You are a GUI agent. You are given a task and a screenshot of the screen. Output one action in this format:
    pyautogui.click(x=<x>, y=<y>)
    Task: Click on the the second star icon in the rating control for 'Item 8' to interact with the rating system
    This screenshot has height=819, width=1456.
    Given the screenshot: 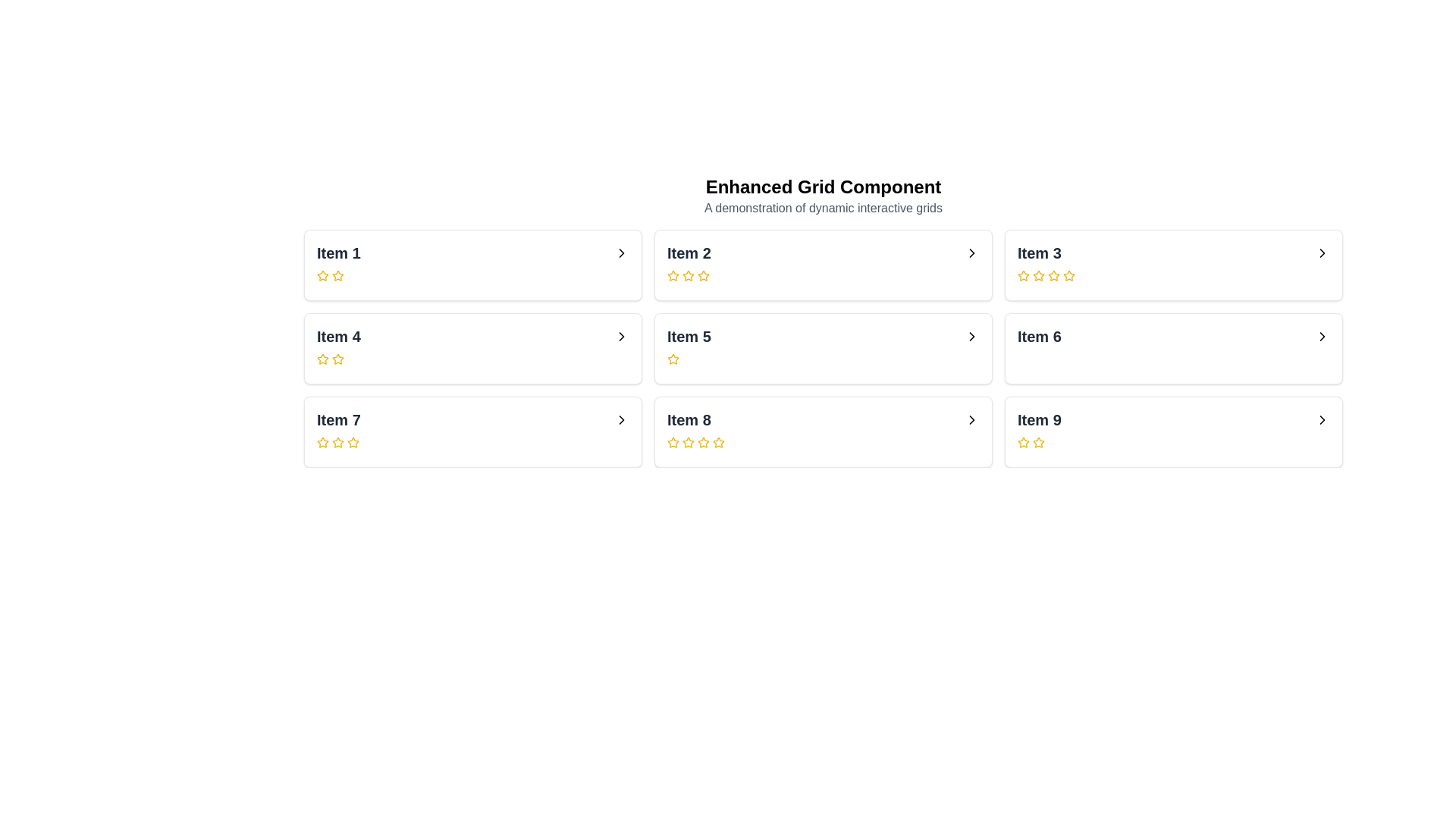 What is the action you would take?
    pyautogui.click(x=687, y=442)
    